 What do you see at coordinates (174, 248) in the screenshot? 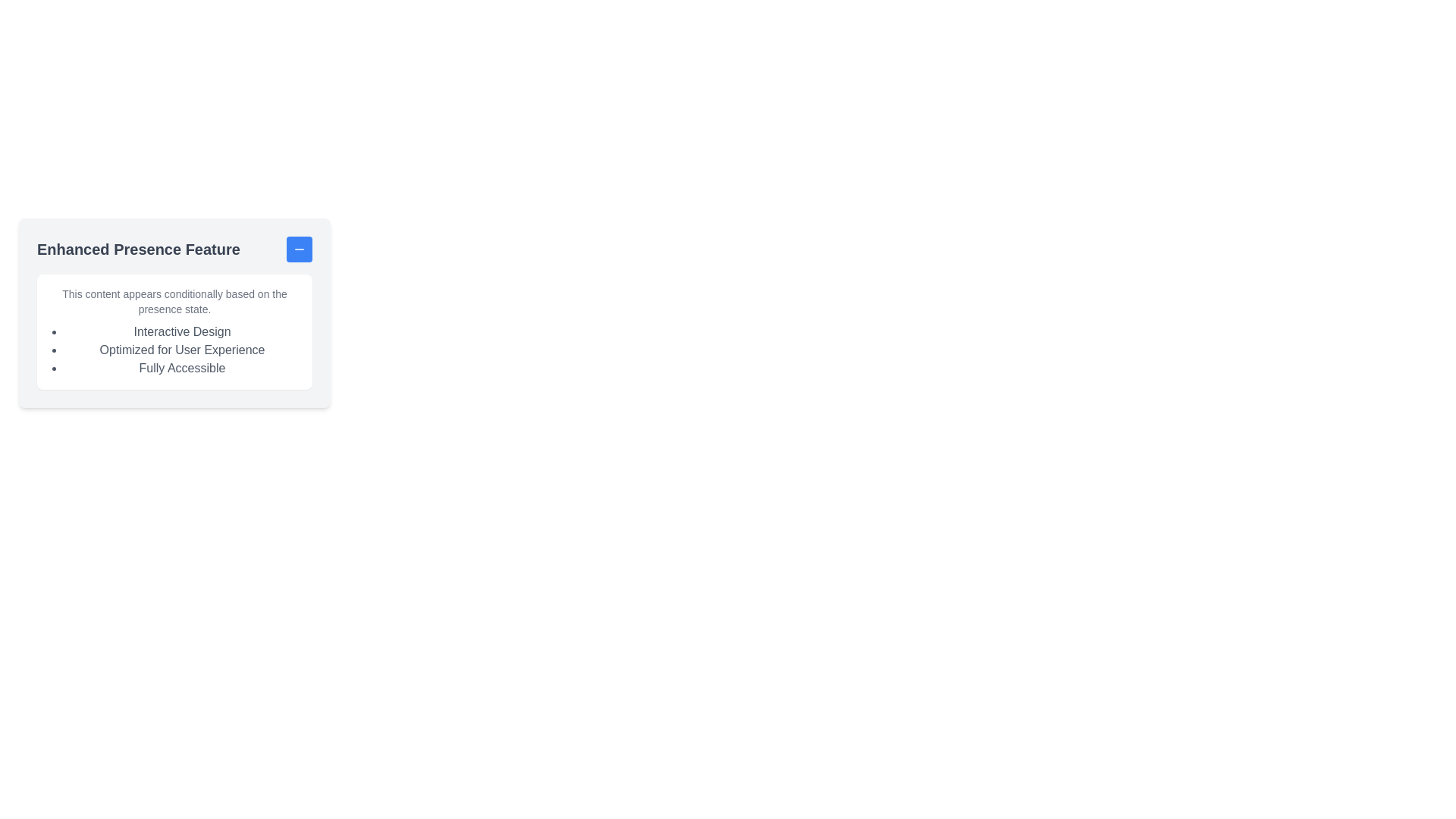
I see `title text 'Enhanced Presence Feature' of the Collapsible Section Header located at the top of a section within a card-like layout` at bounding box center [174, 248].